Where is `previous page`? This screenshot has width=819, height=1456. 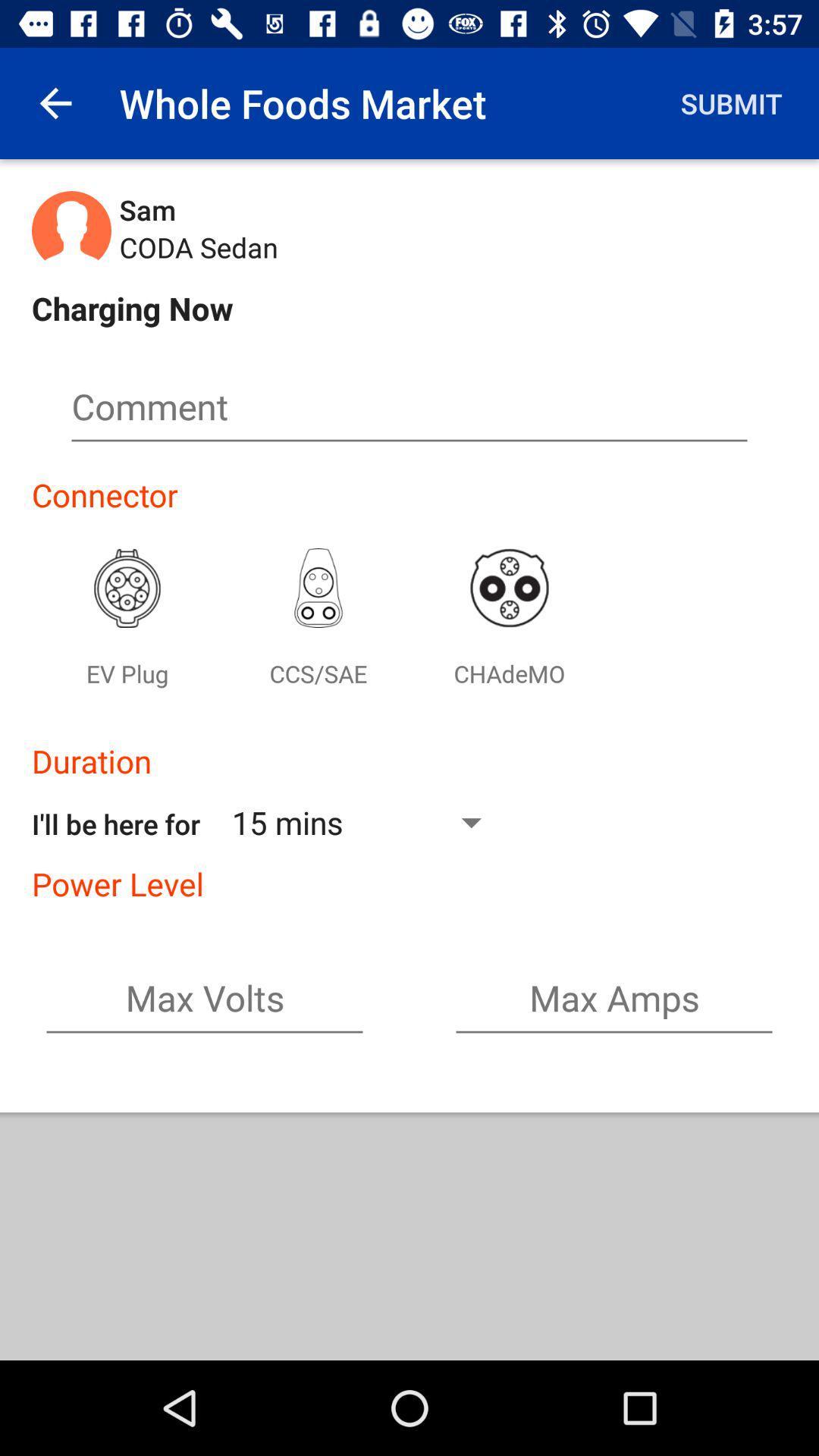
previous page is located at coordinates (55, 102).